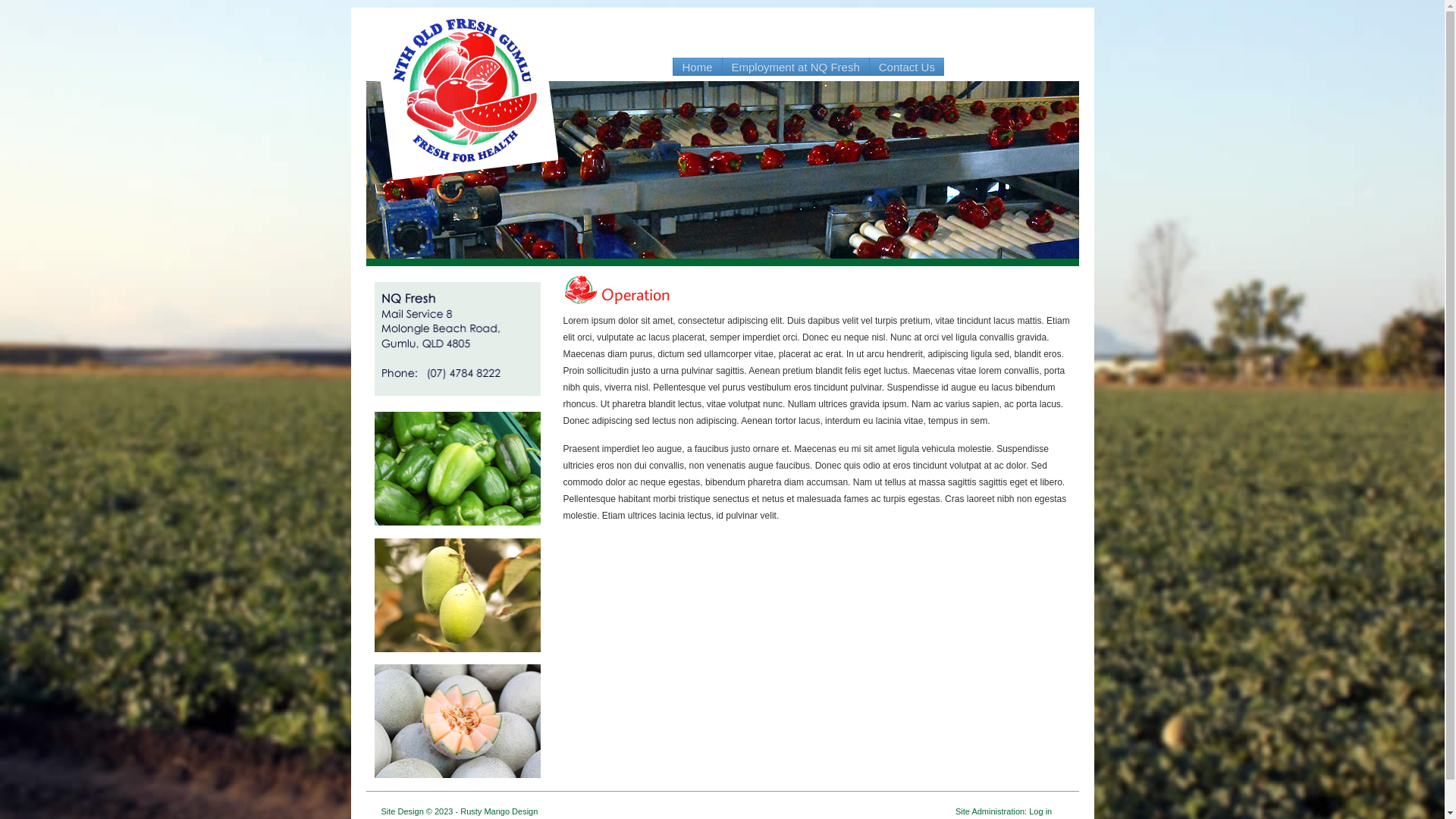  What do you see at coordinates (697, 66) in the screenshot?
I see `'Home'` at bounding box center [697, 66].